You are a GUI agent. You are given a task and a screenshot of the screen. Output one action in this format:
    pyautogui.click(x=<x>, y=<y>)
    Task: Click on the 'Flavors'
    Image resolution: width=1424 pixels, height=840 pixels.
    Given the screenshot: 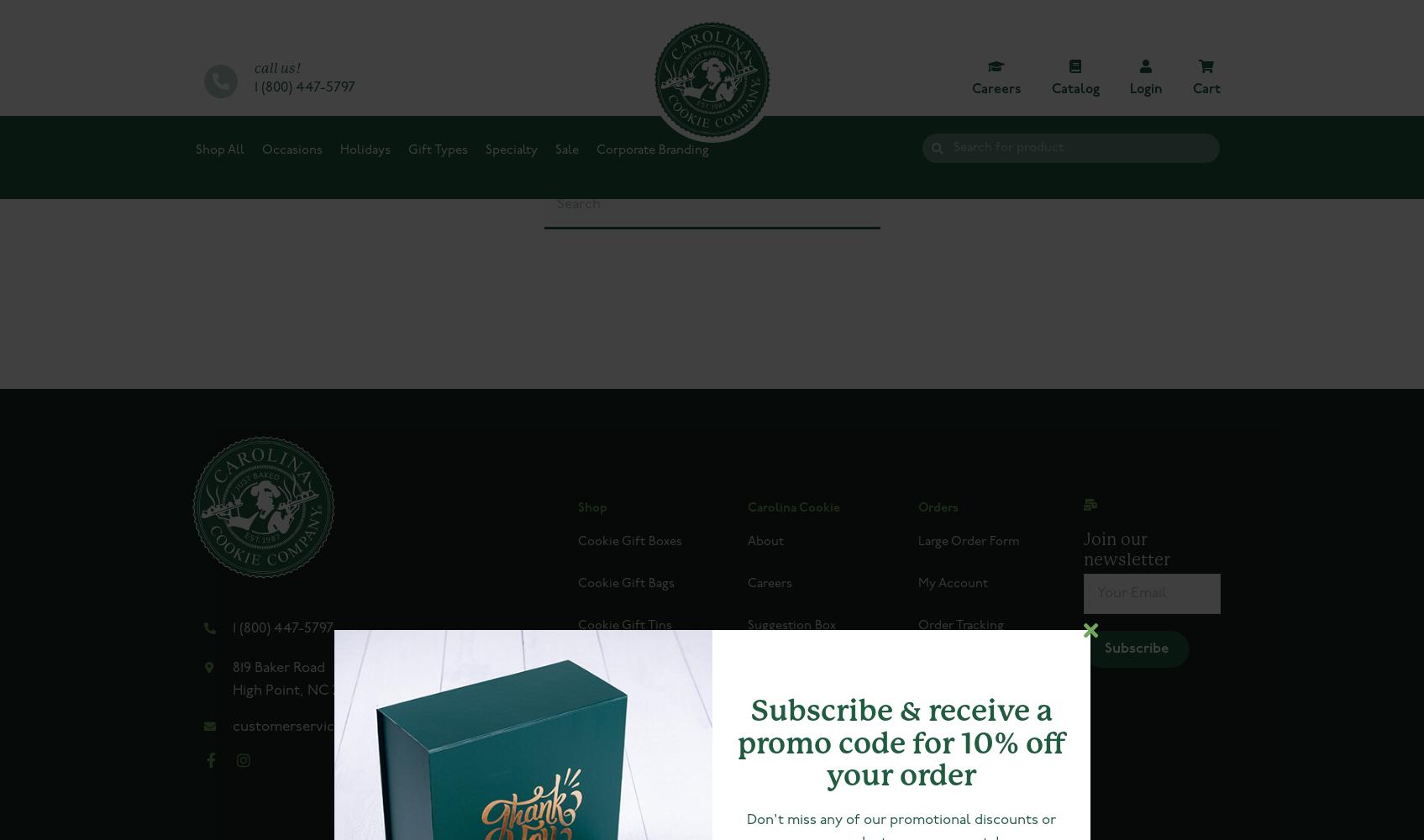 What is the action you would take?
    pyautogui.click(x=768, y=709)
    